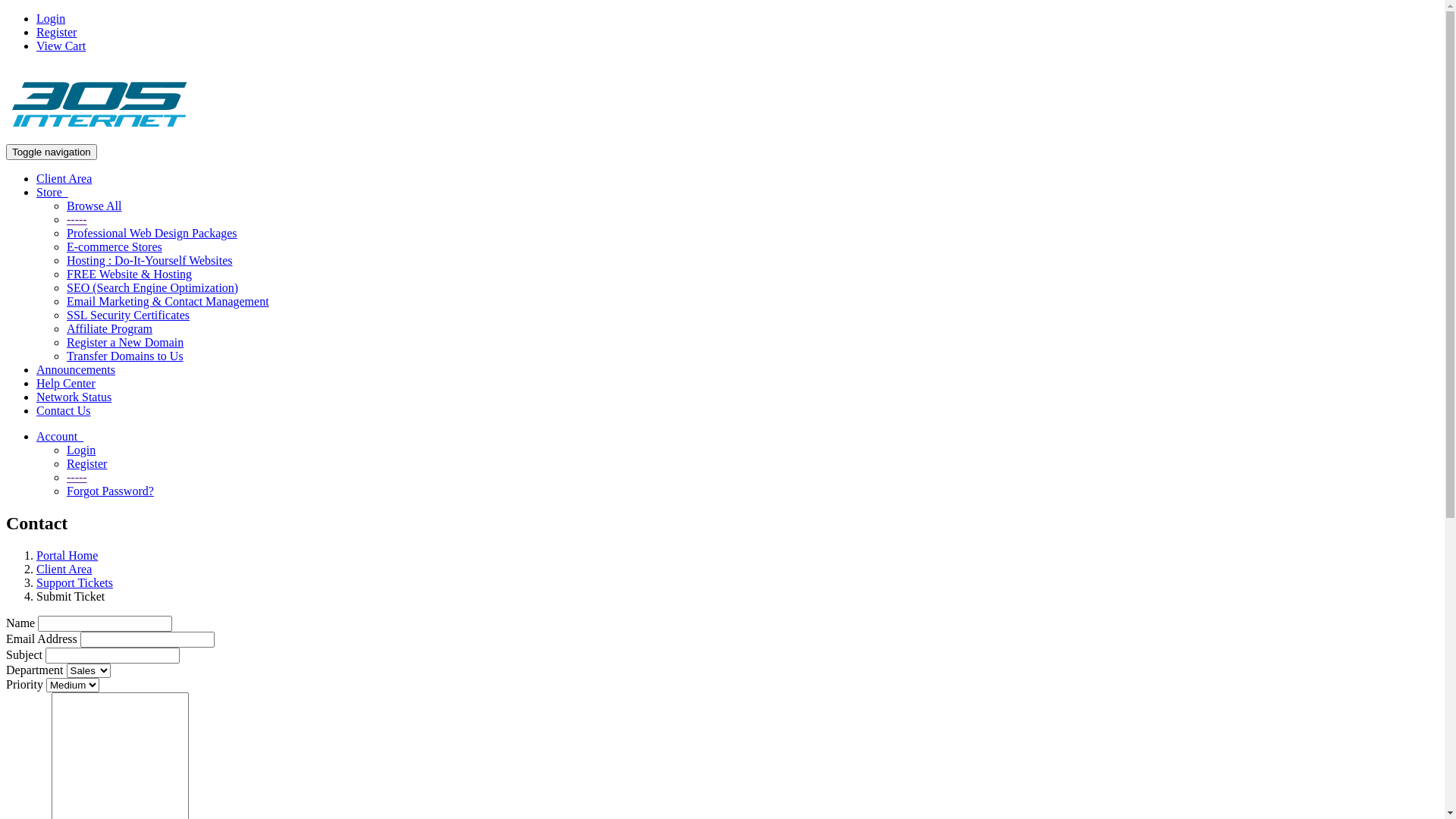  Describe the element at coordinates (36, 569) in the screenshot. I see `'Client Area'` at that location.